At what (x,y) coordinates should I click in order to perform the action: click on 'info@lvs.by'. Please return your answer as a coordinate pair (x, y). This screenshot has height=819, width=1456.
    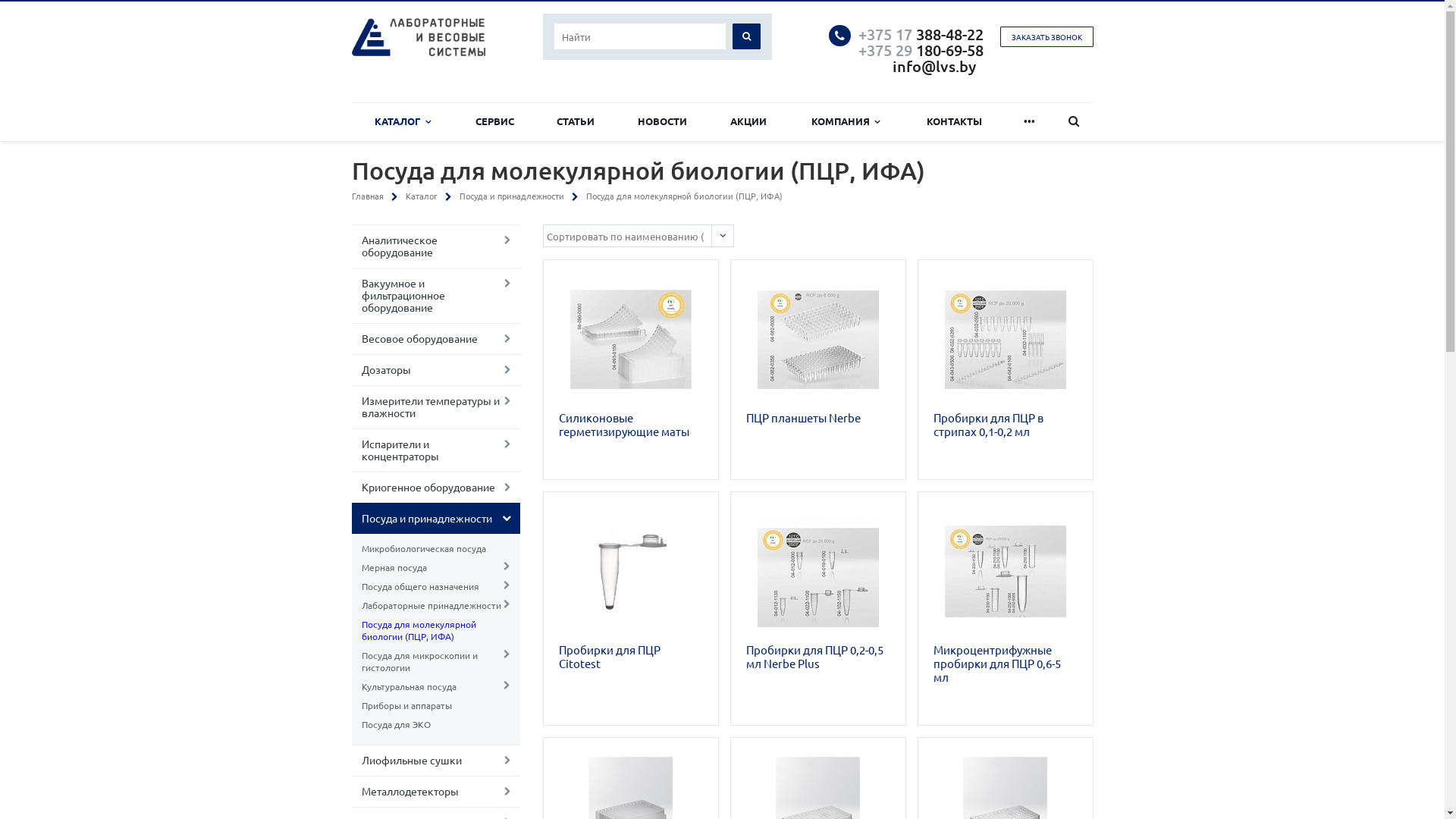
    Looking at the image, I should click on (932, 65).